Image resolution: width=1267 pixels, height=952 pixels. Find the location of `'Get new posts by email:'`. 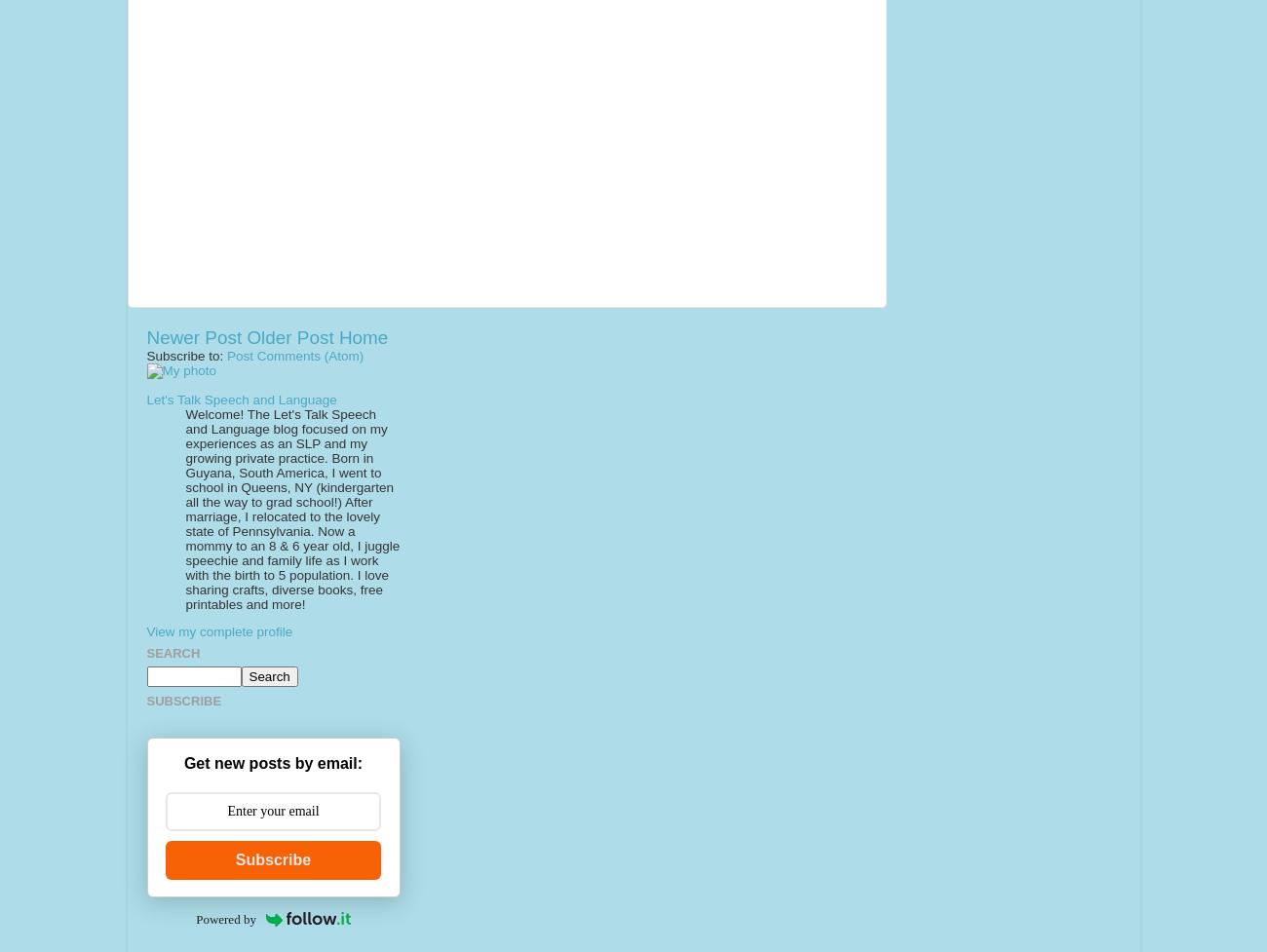

'Get new posts by email:' is located at coordinates (182, 762).